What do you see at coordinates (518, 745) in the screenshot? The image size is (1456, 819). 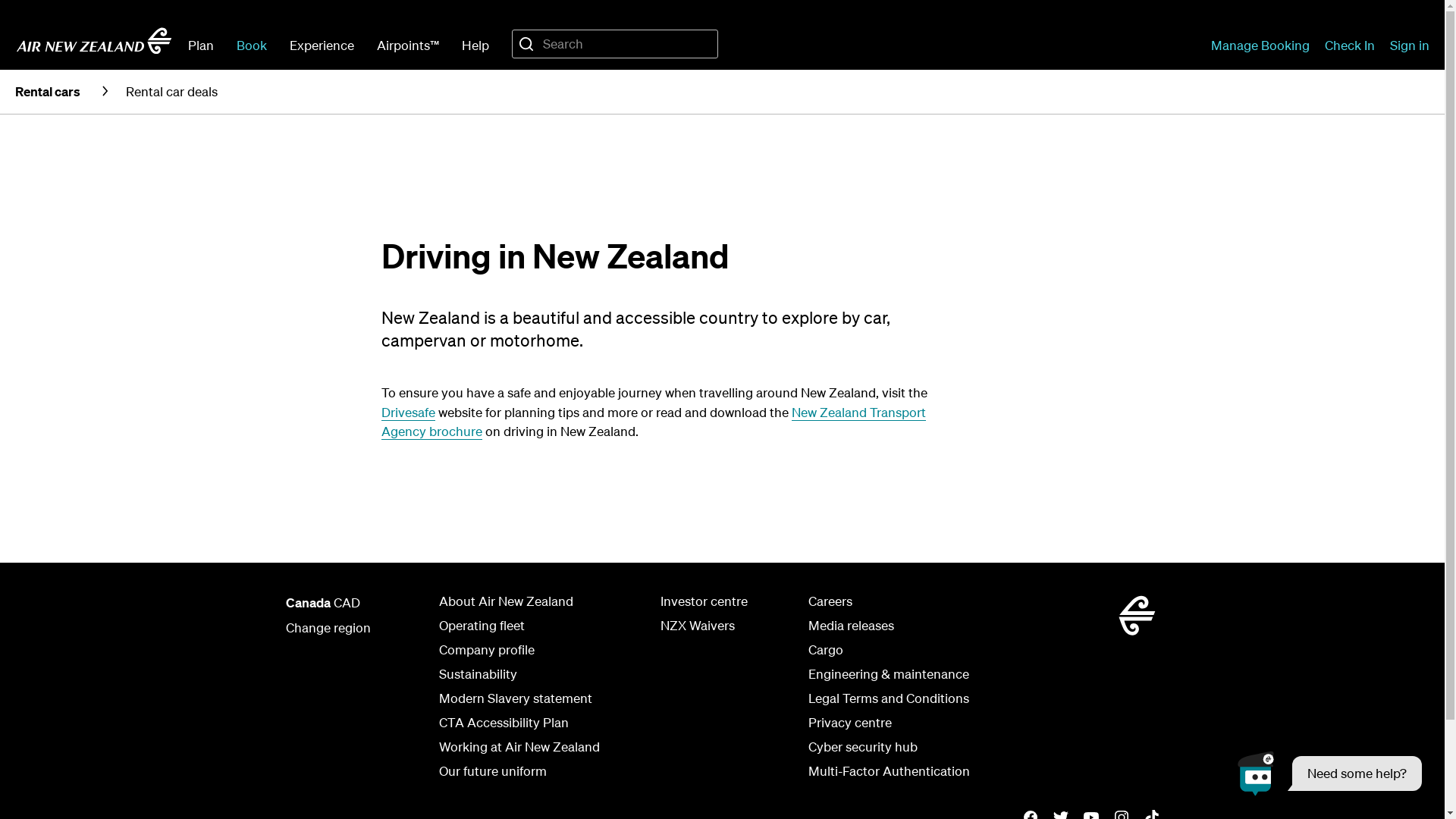 I see `'Working at Air New Zealand'` at bounding box center [518, 745].